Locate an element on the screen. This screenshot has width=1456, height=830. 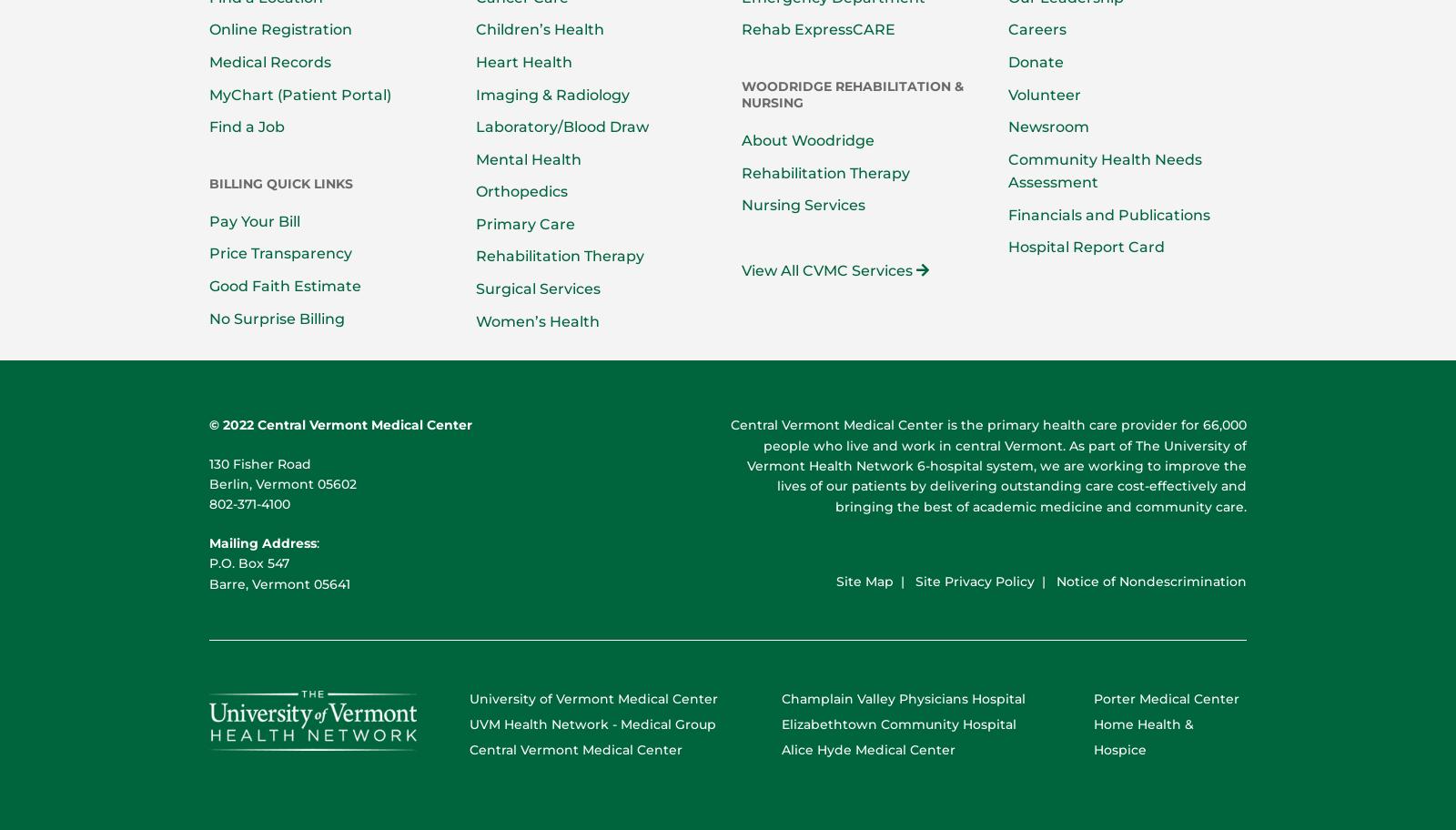
'Donate' is located at coordinates (1035, 60).